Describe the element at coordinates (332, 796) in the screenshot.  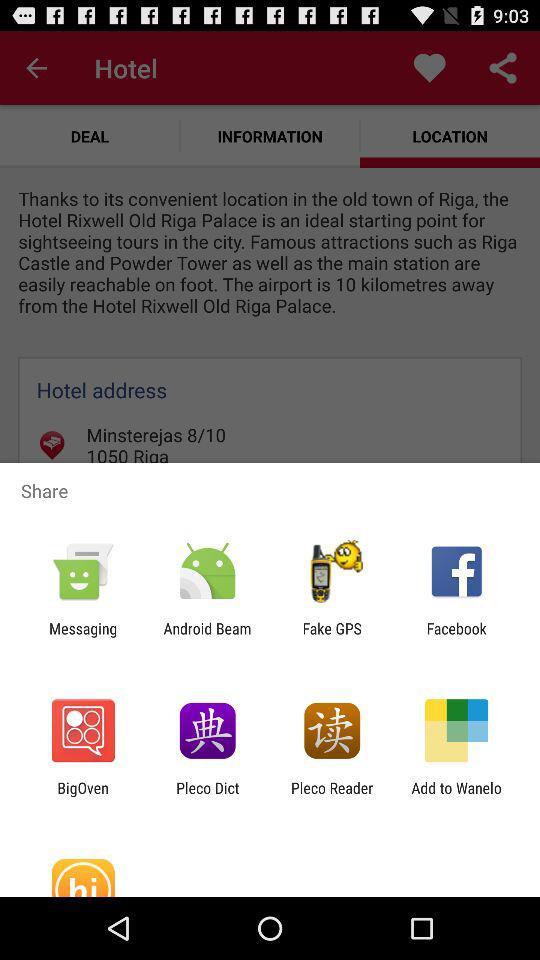
I see `app to the left of add to wanelo app` at that location.